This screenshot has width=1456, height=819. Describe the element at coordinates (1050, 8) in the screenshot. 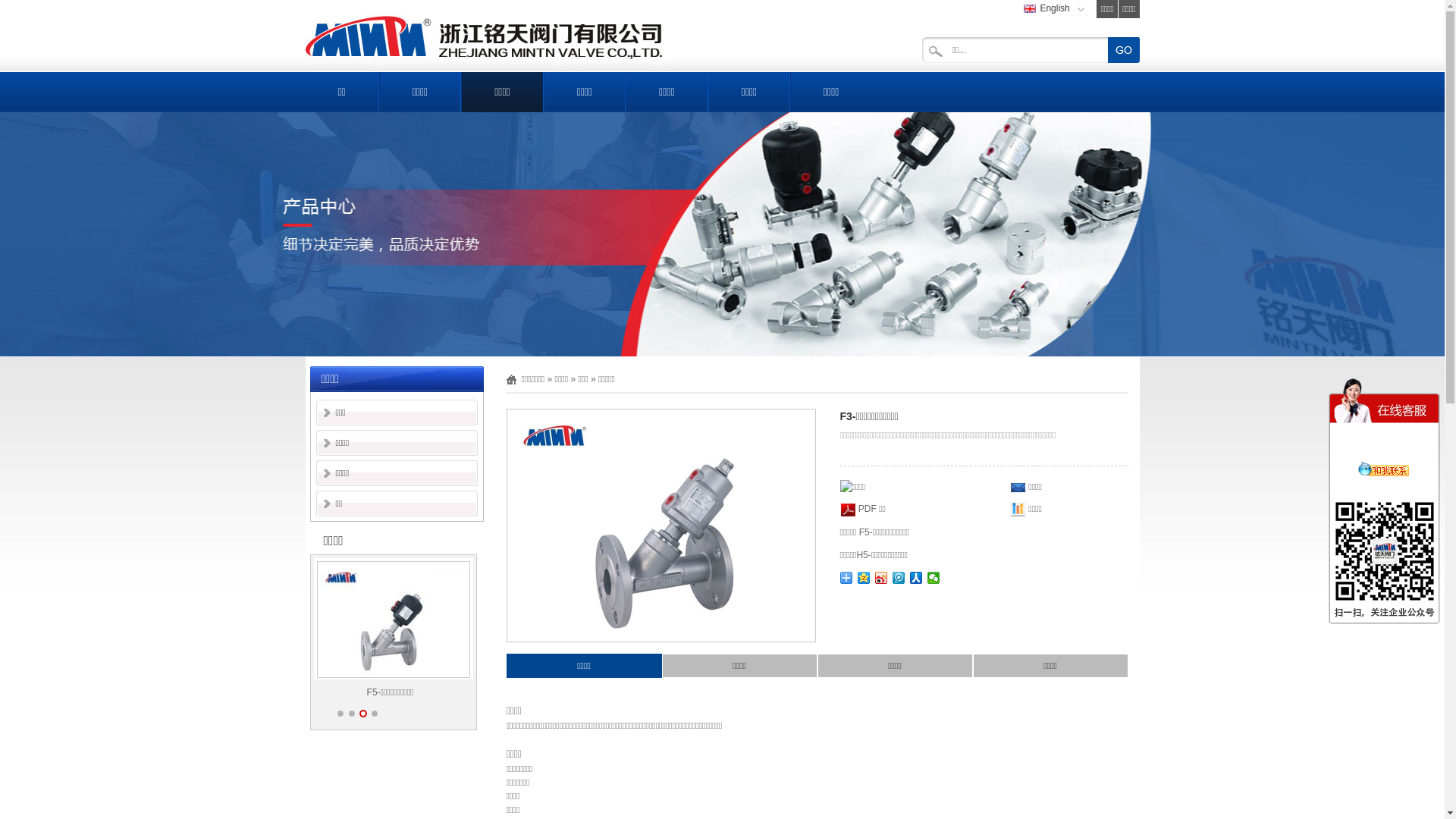

I see `'English'` at that location.